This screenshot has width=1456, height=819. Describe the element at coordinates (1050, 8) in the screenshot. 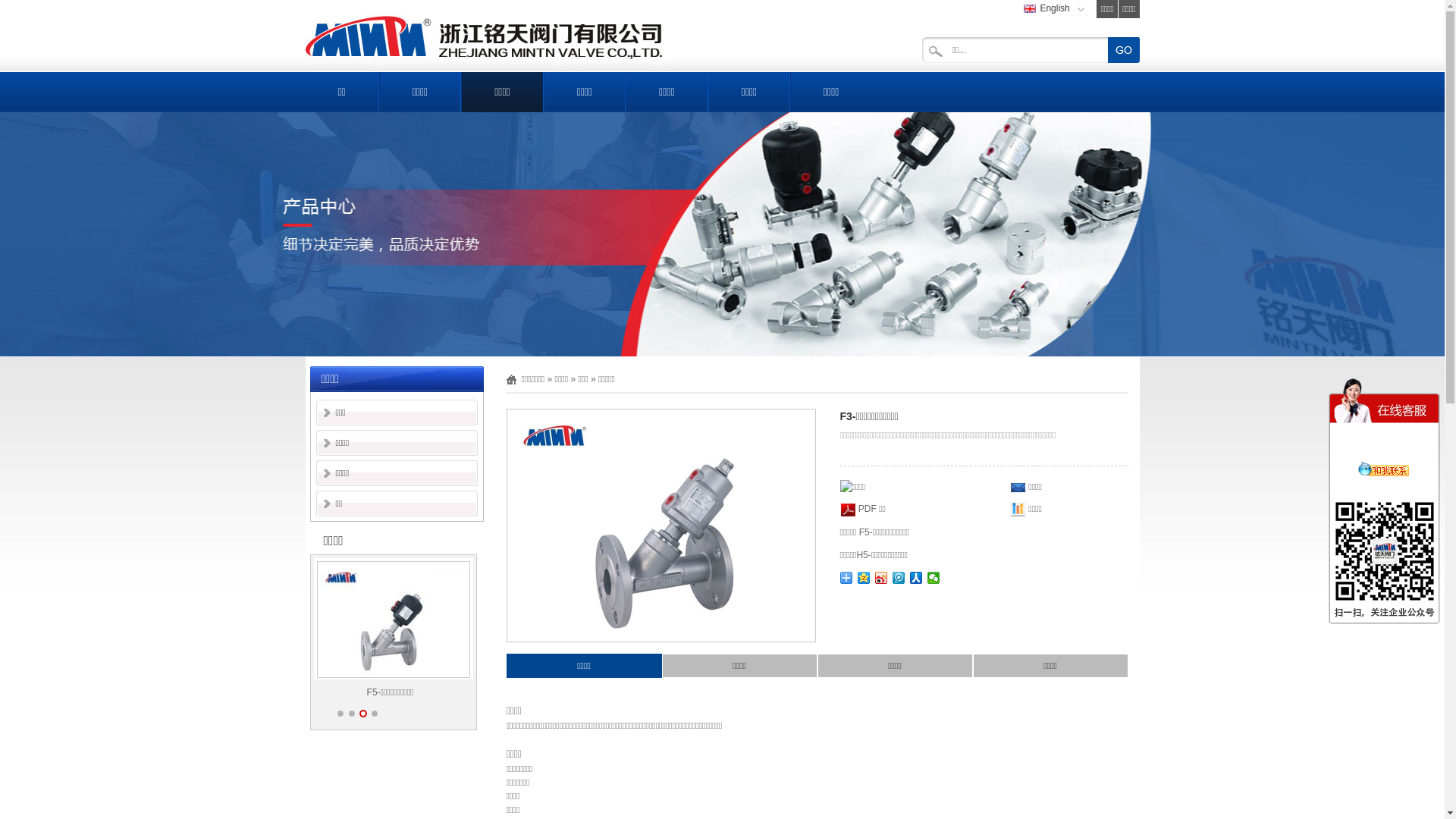

I see `'English'` at that location.